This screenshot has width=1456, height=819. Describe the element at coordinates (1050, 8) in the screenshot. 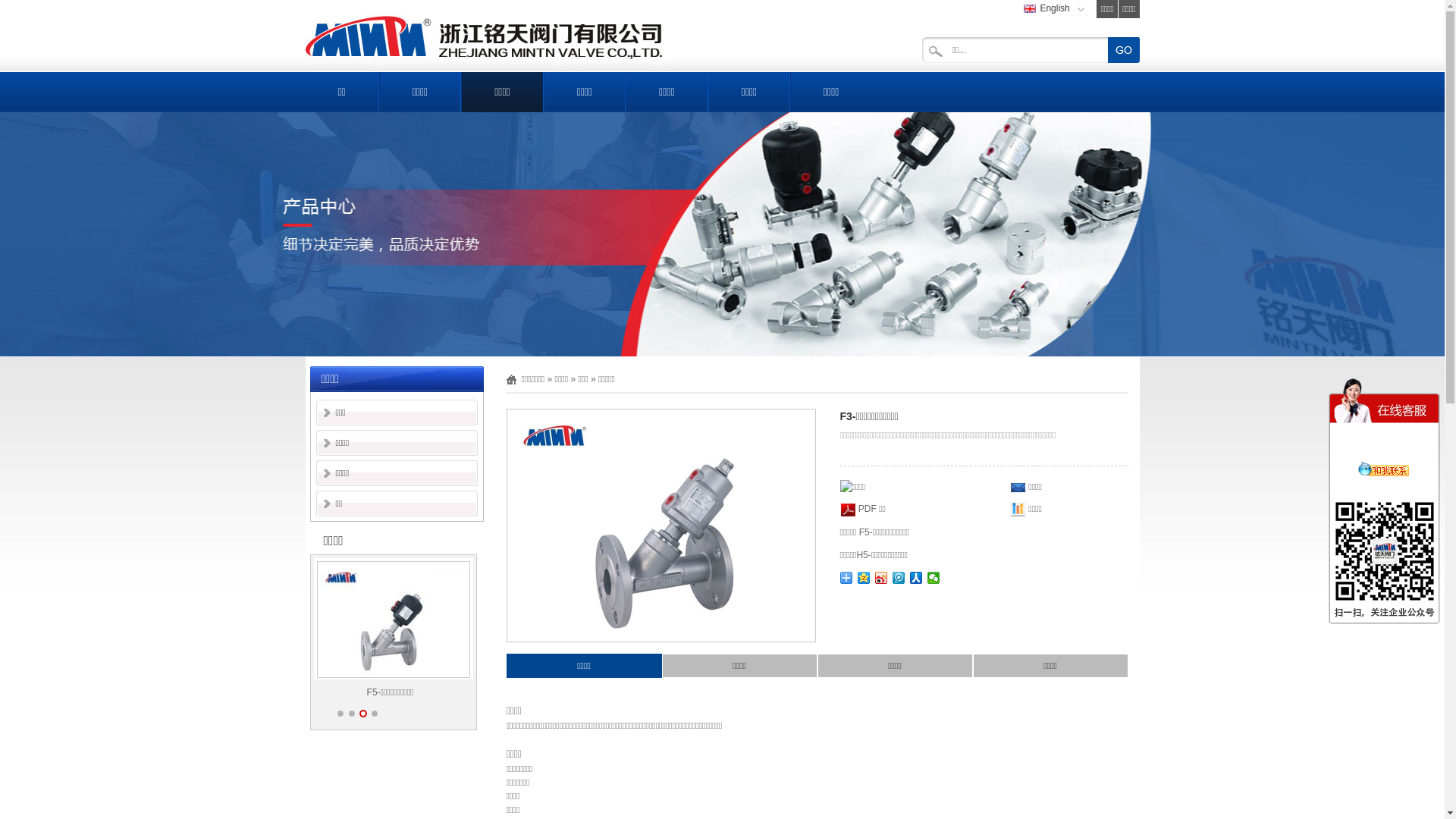

I see `'English'` at that location.